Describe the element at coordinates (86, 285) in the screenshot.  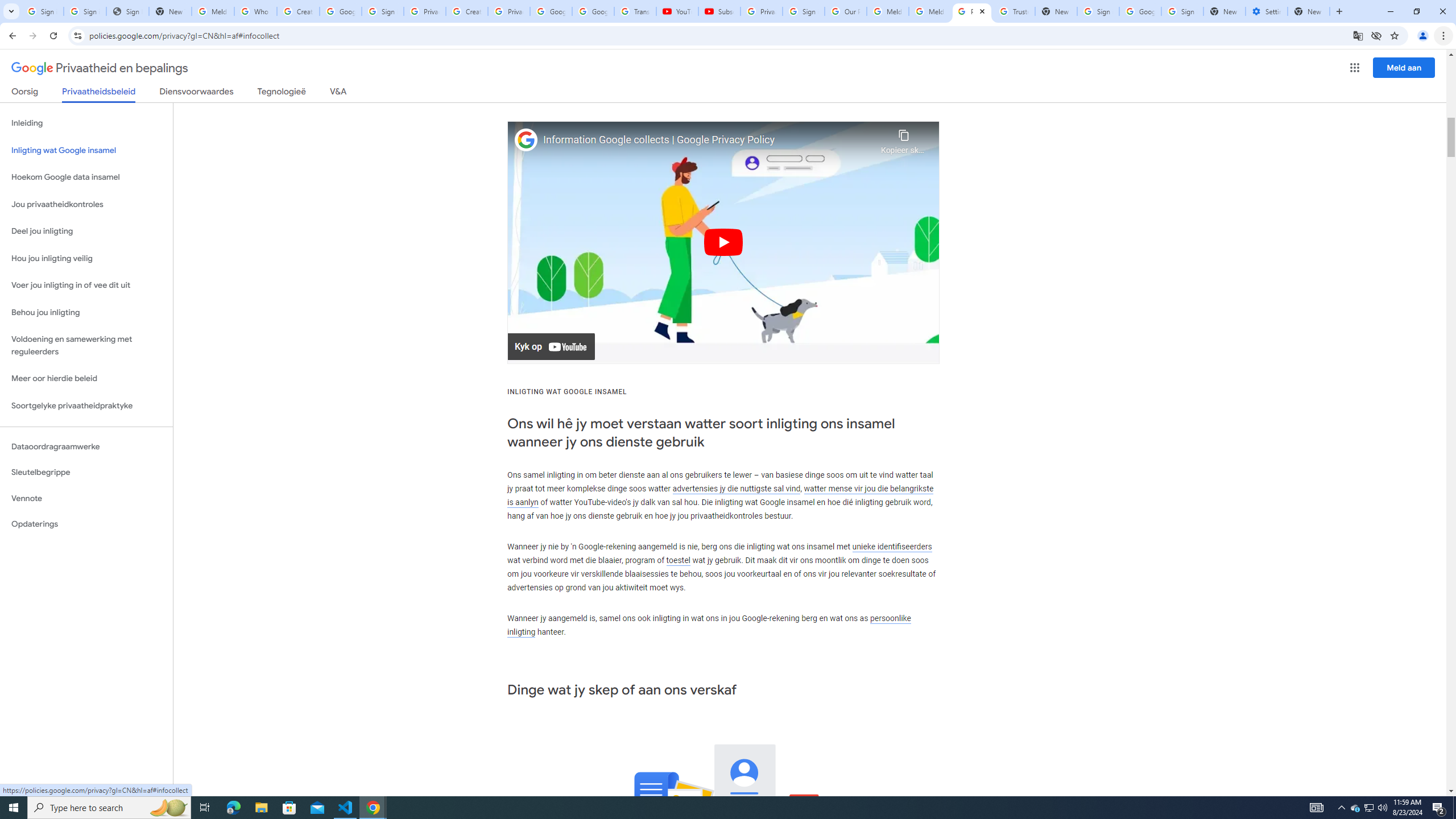
I see `'Voer jou inligting in of vee dit uit'` at that location.